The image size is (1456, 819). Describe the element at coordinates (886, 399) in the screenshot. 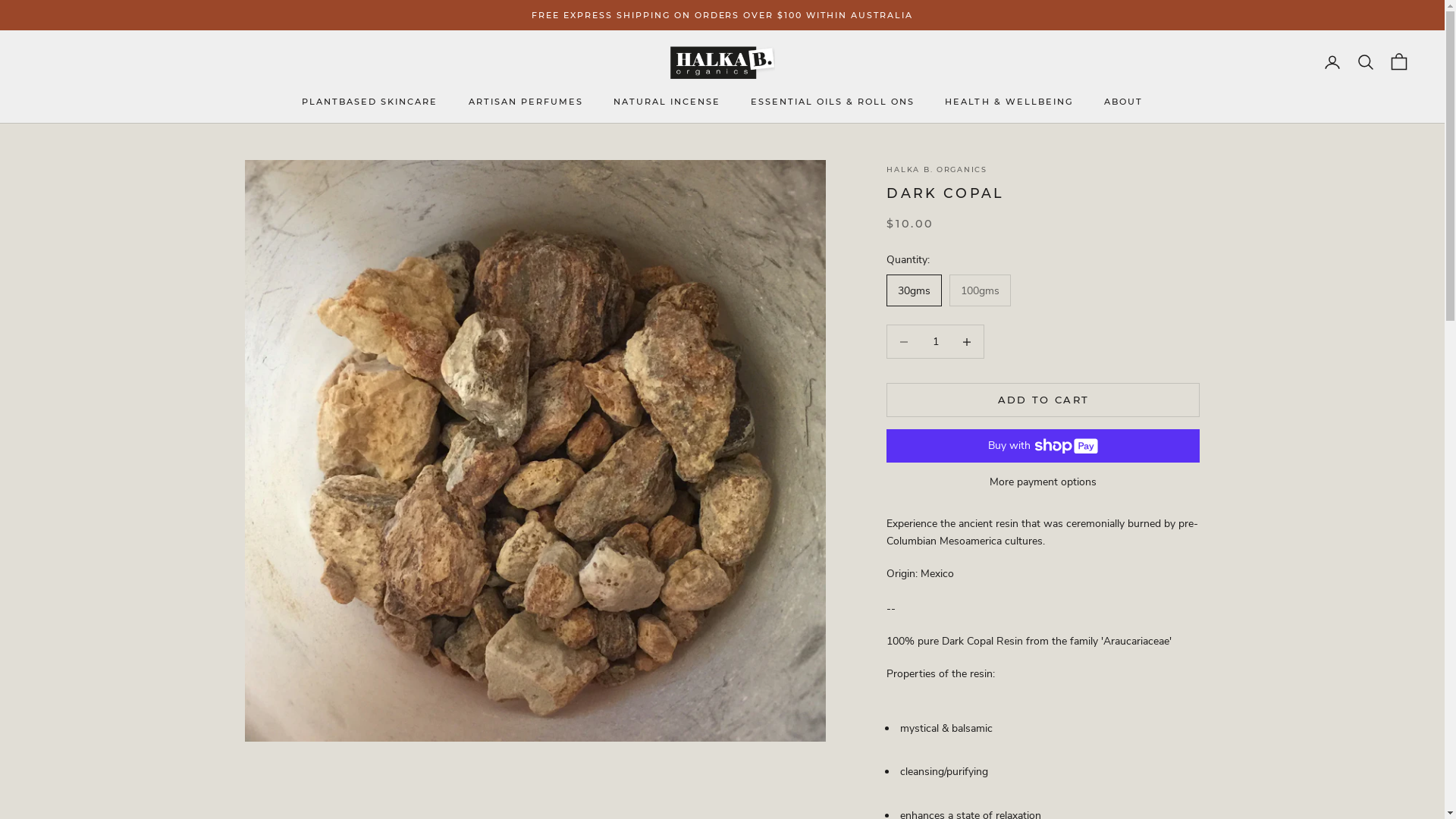

I see `'ADD TO CART'` at that location.